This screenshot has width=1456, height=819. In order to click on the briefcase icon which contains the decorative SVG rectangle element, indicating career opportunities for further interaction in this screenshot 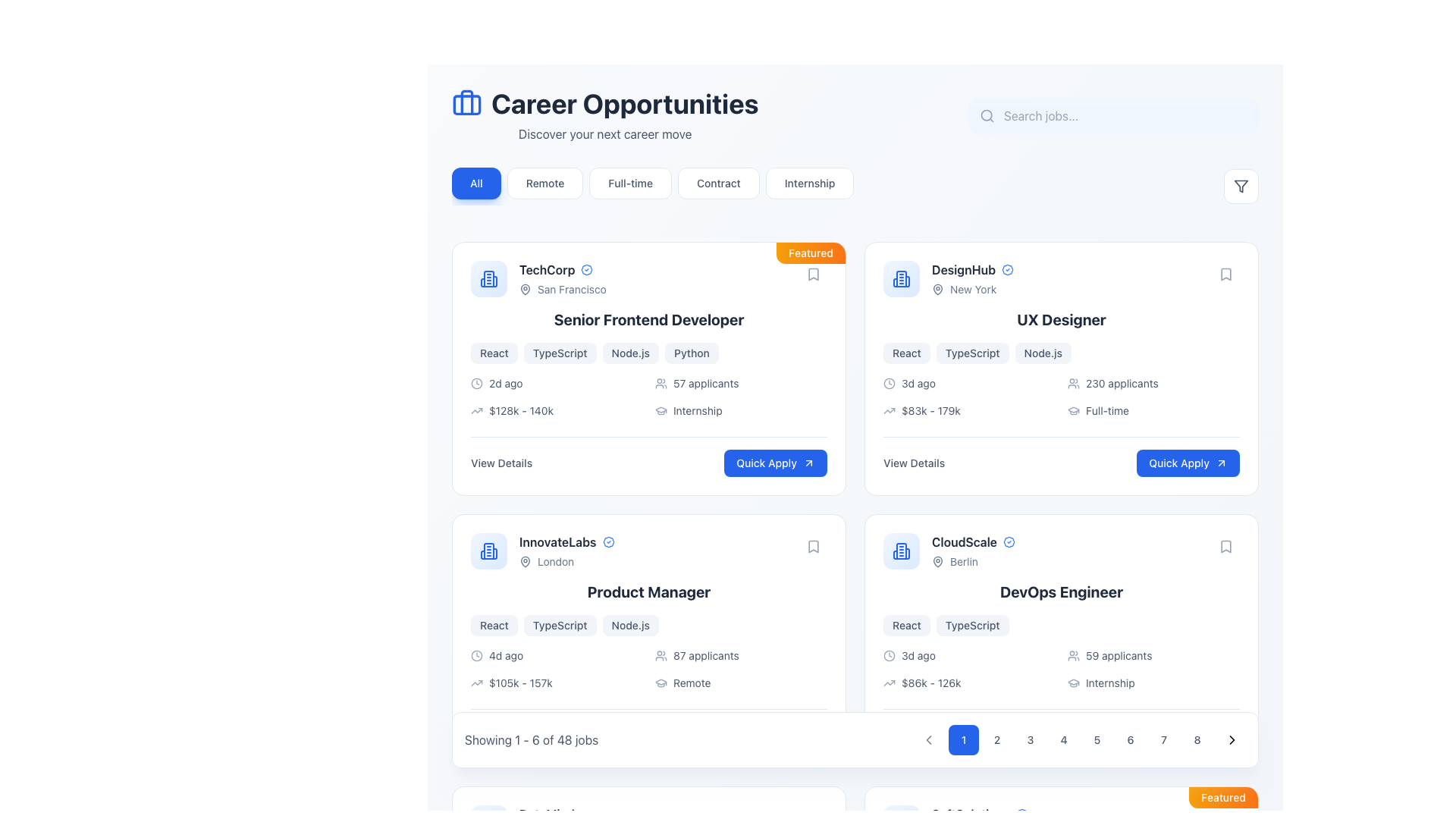, I will do `click(466, 104)`.